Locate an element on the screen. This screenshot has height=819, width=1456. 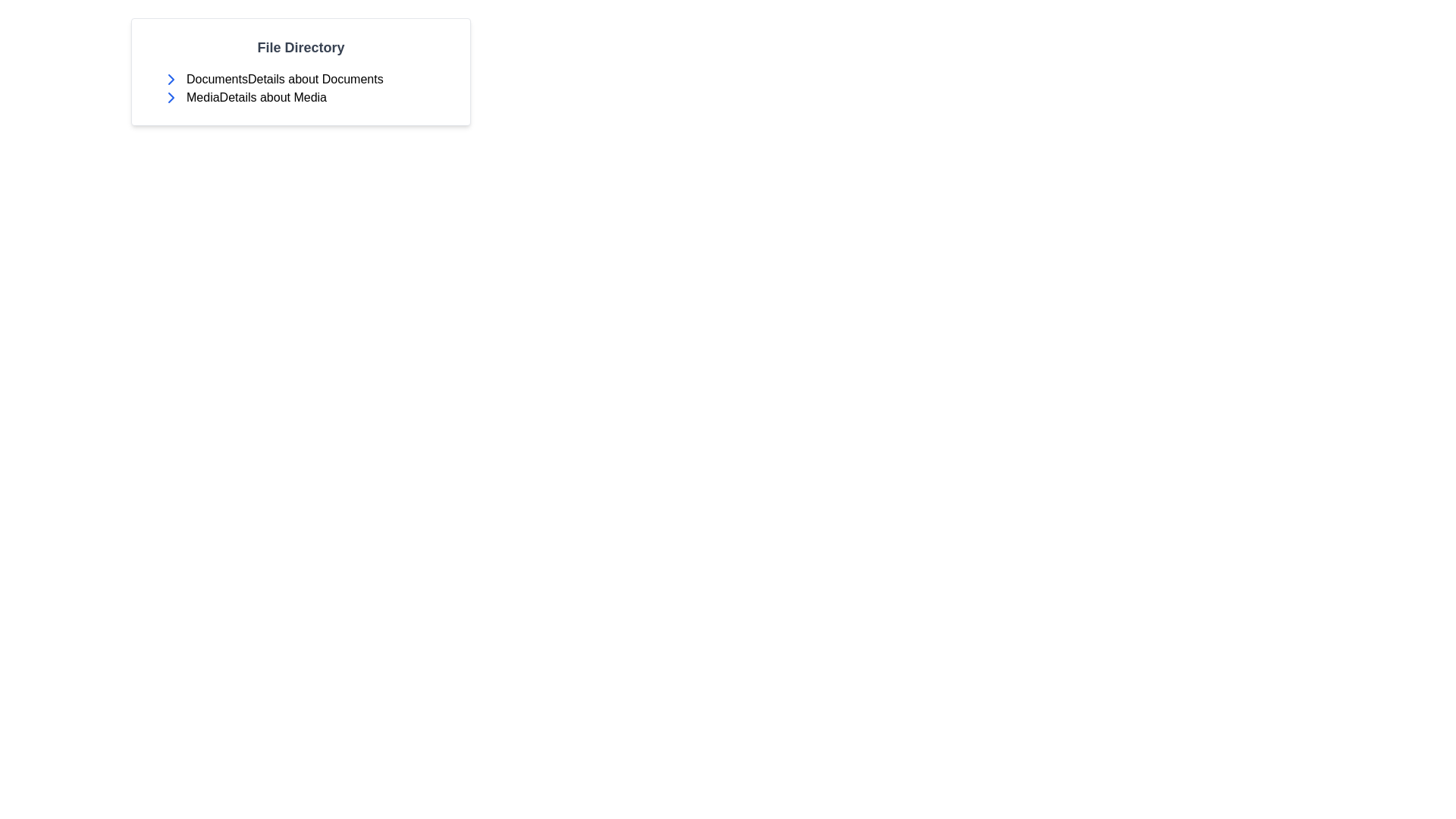
the text label displaying 'MediaDetails about Media' is located at coordinates (256, 97).